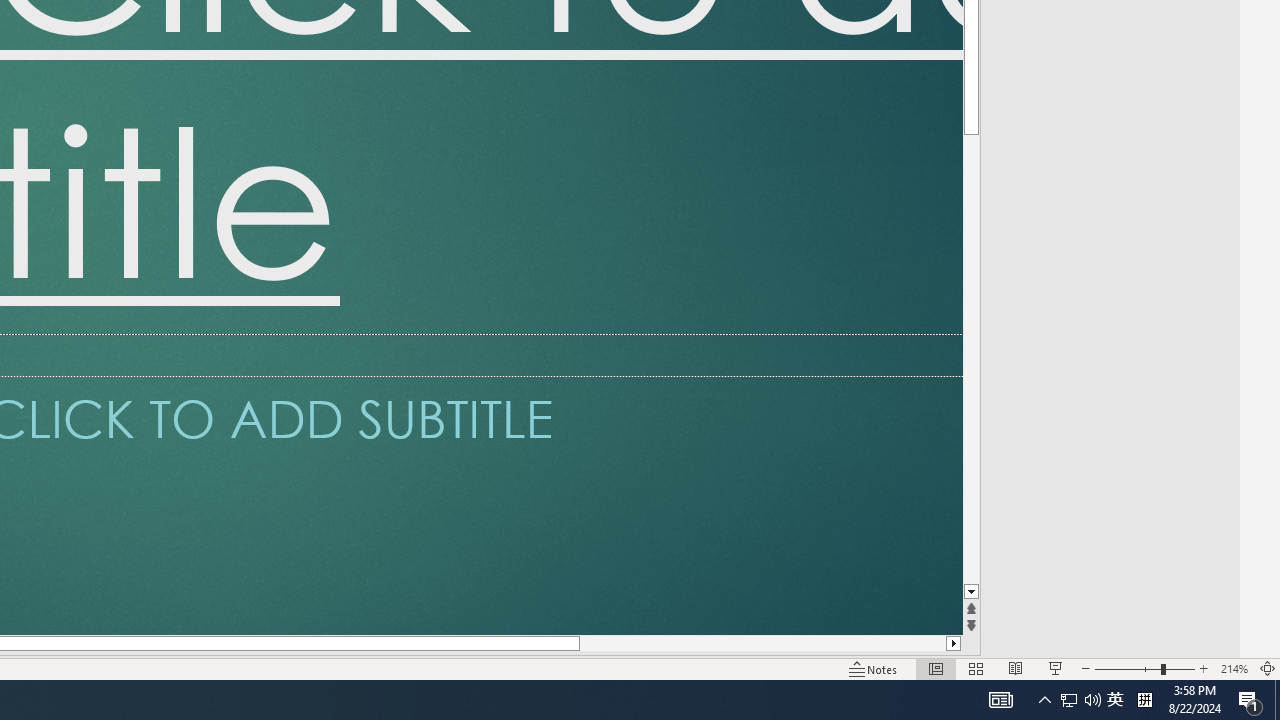  I want to click on 'Zoom 214%', so click(1233, 669).